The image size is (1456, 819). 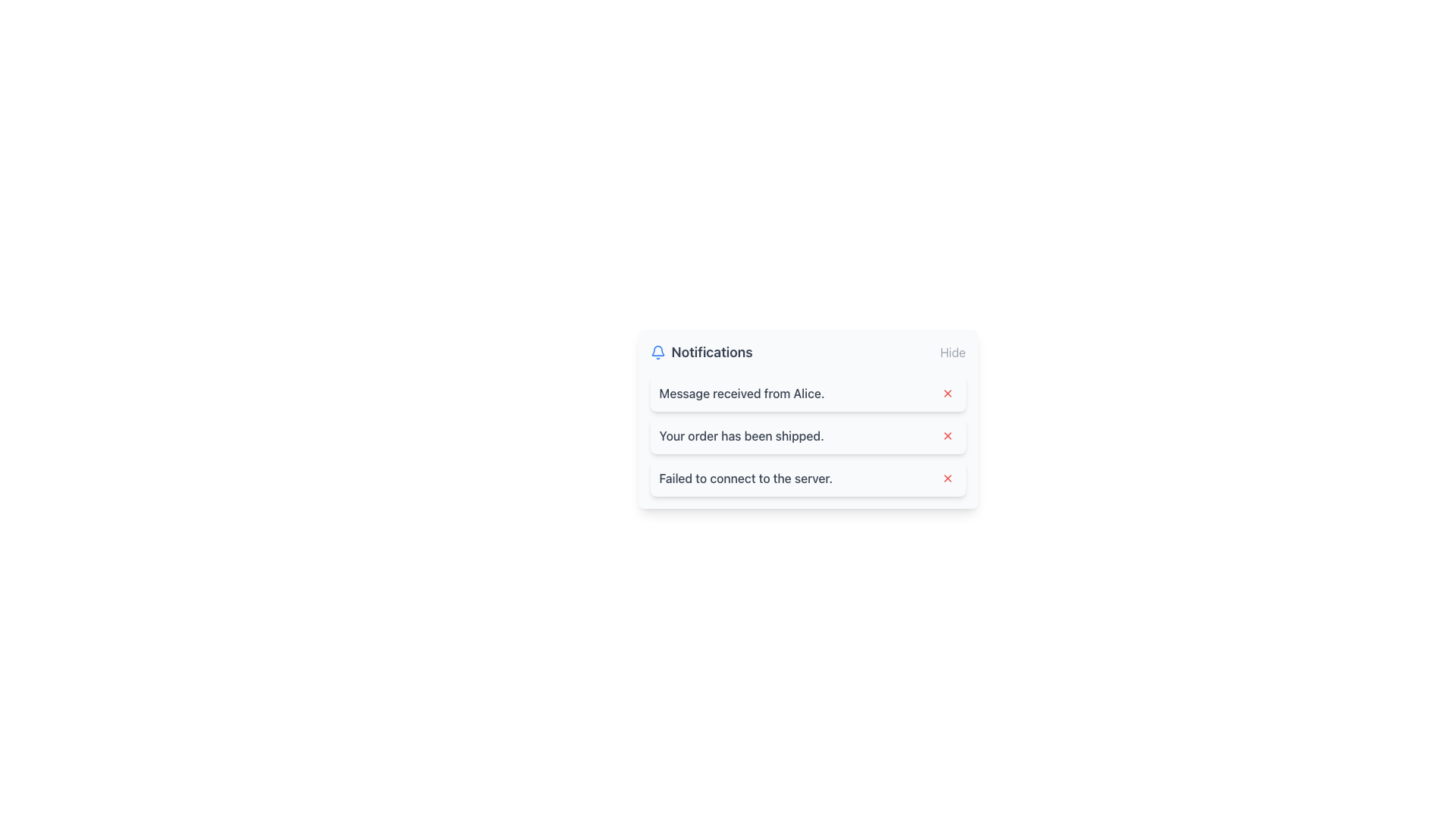 I want to click on the informational message text in the second notification card with a light-green background, which indicates the shipment status of an order, so click(x=742, y=435).